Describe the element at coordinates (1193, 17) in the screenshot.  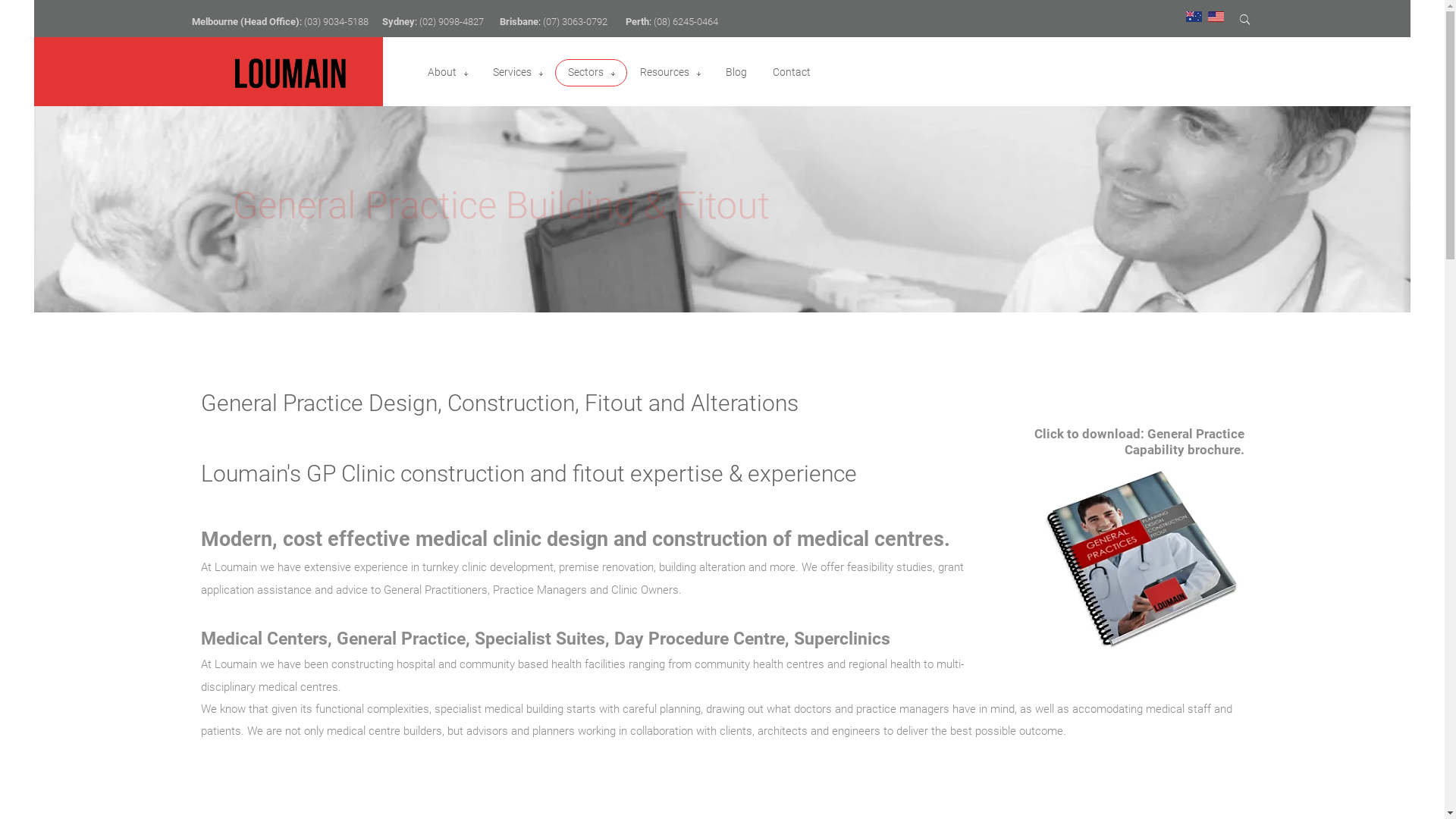
I see `'Au'` at that location.